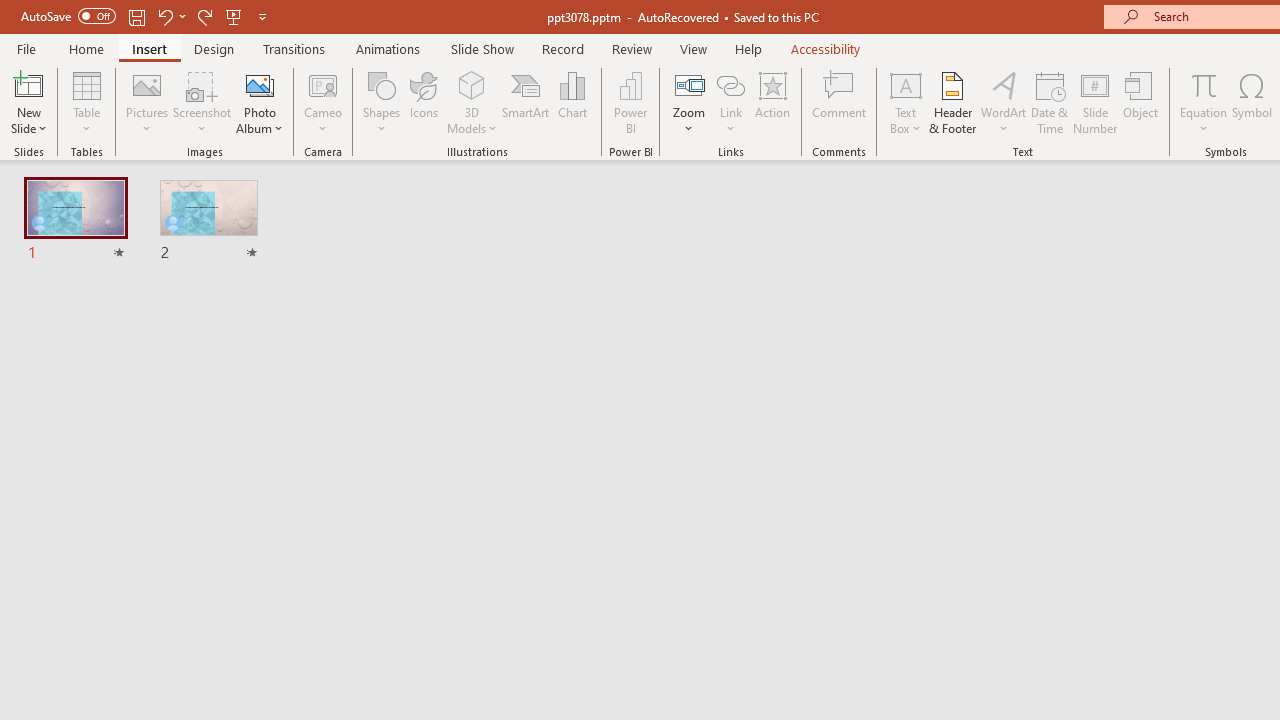 This screenshot has height=720, width=1280. Describe the element at coordinates (258, 103) in the screenshot. I see `'Photo Album...'` at that location.